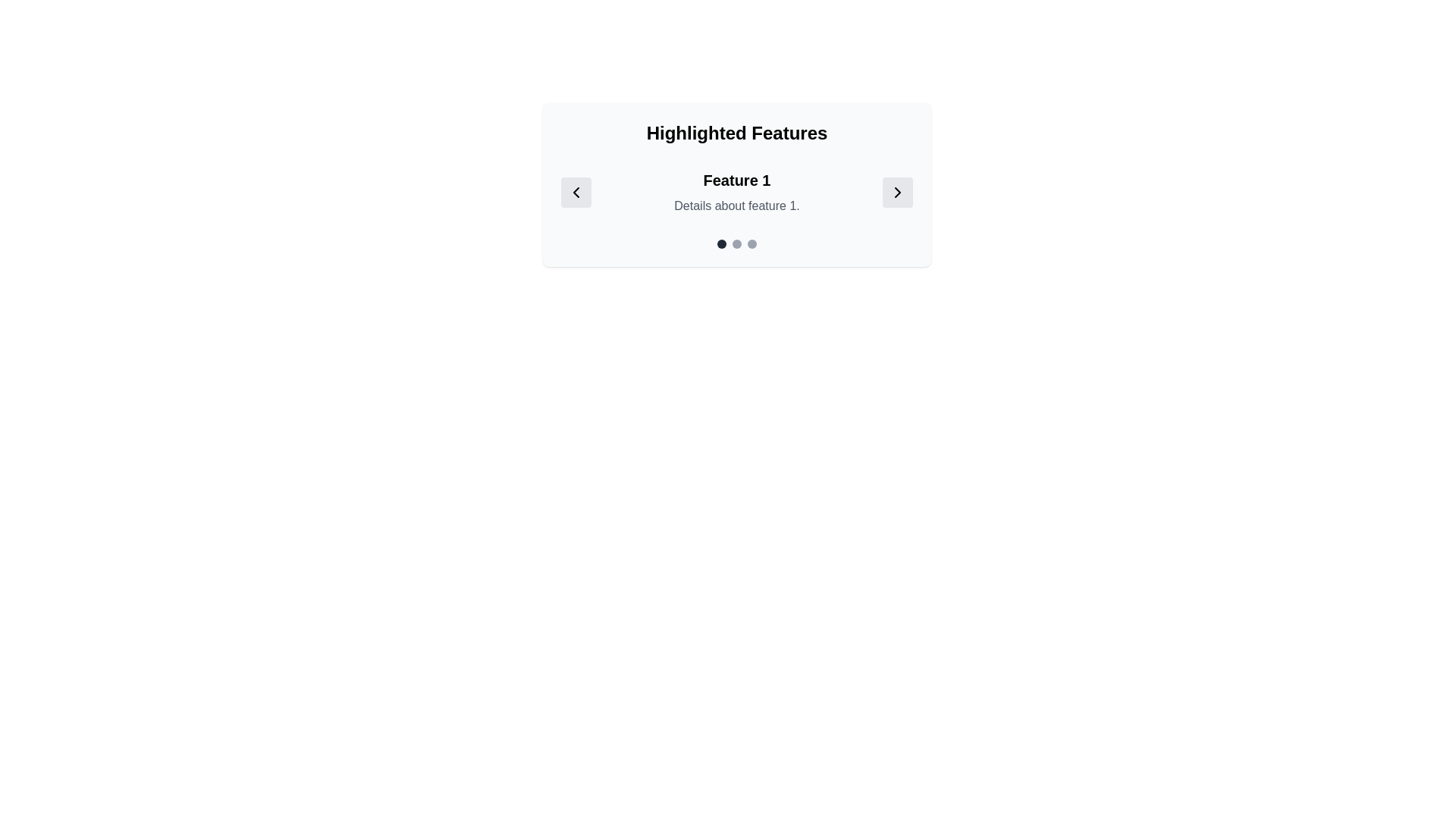 Image resolution: width=1456 pixels, height=819 pixels. What do you see at coordinates (736, 180) in the screenshot?
I see `the Header text displaying 'Feature 1', which is styled with a large, bold font and is centered below 'Highlighted Features' and above 'Details about feature 1'` at bounding box center [736, 180].